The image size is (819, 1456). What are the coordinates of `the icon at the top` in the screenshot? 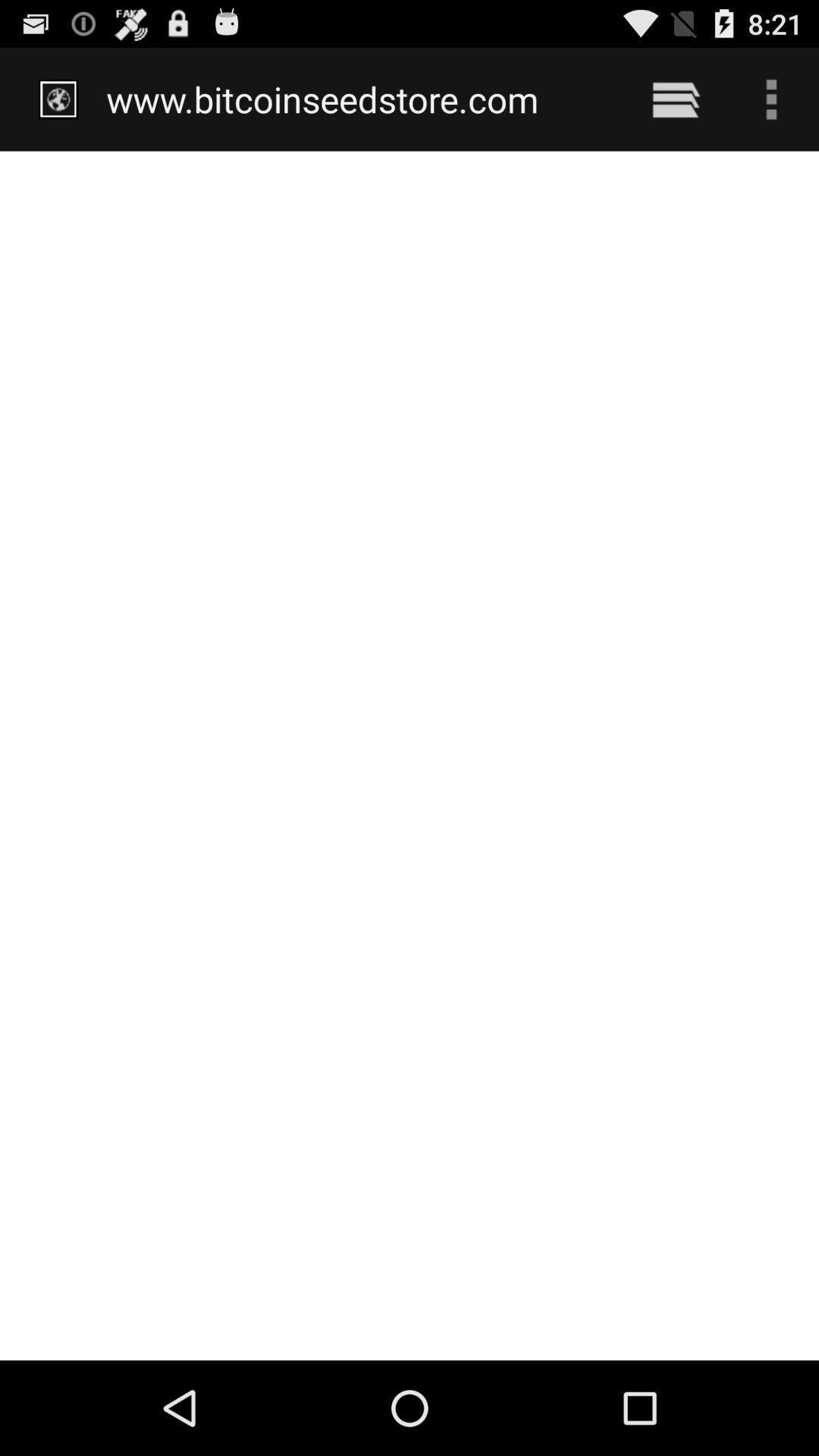 It's located at (358, 99).